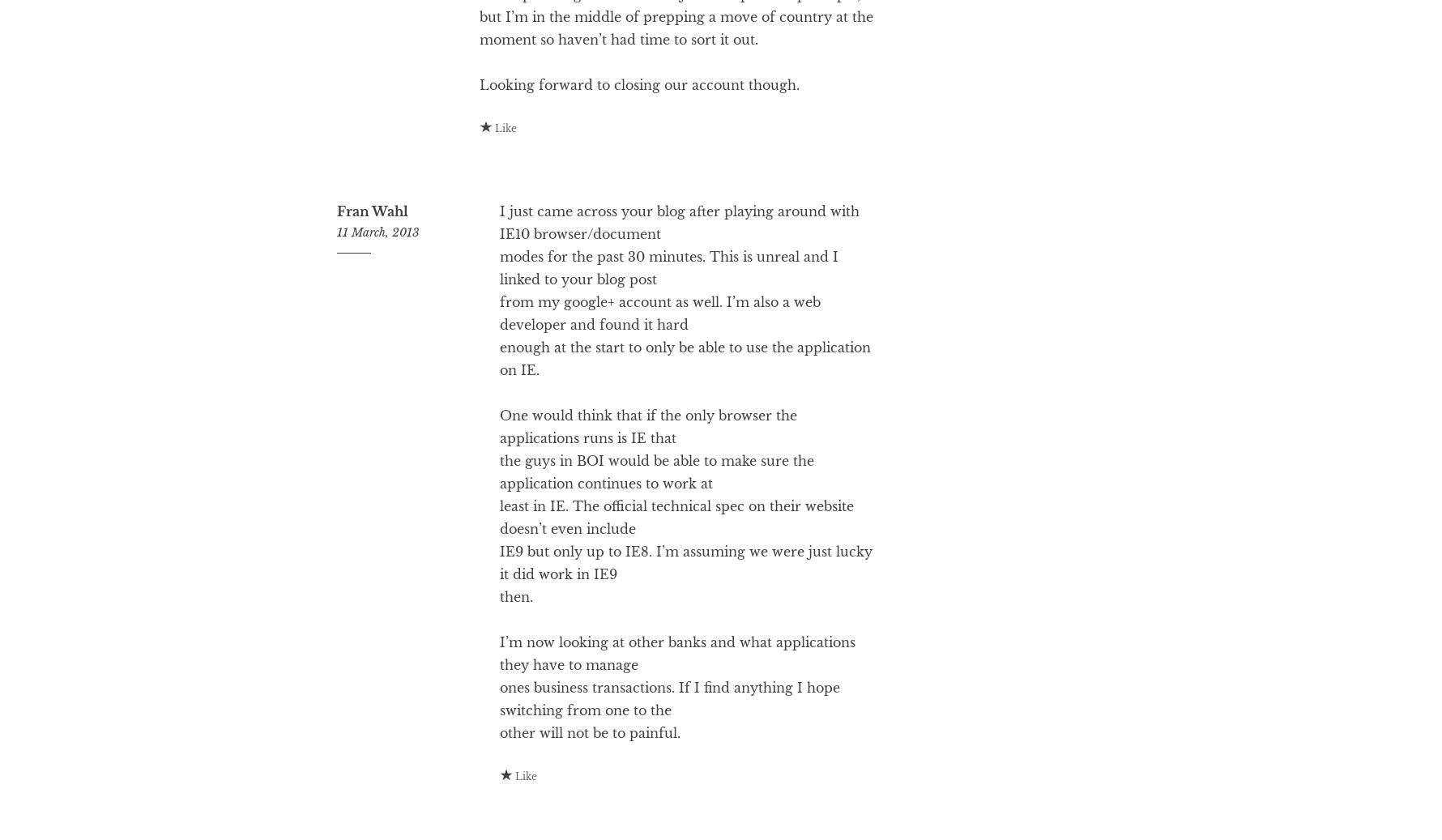  What do you see at coordinates (678, 286) in the screenshot?
I see `'I just came across your blog after playing around with IE10 browser/document'` at bounding box center [678, 286].